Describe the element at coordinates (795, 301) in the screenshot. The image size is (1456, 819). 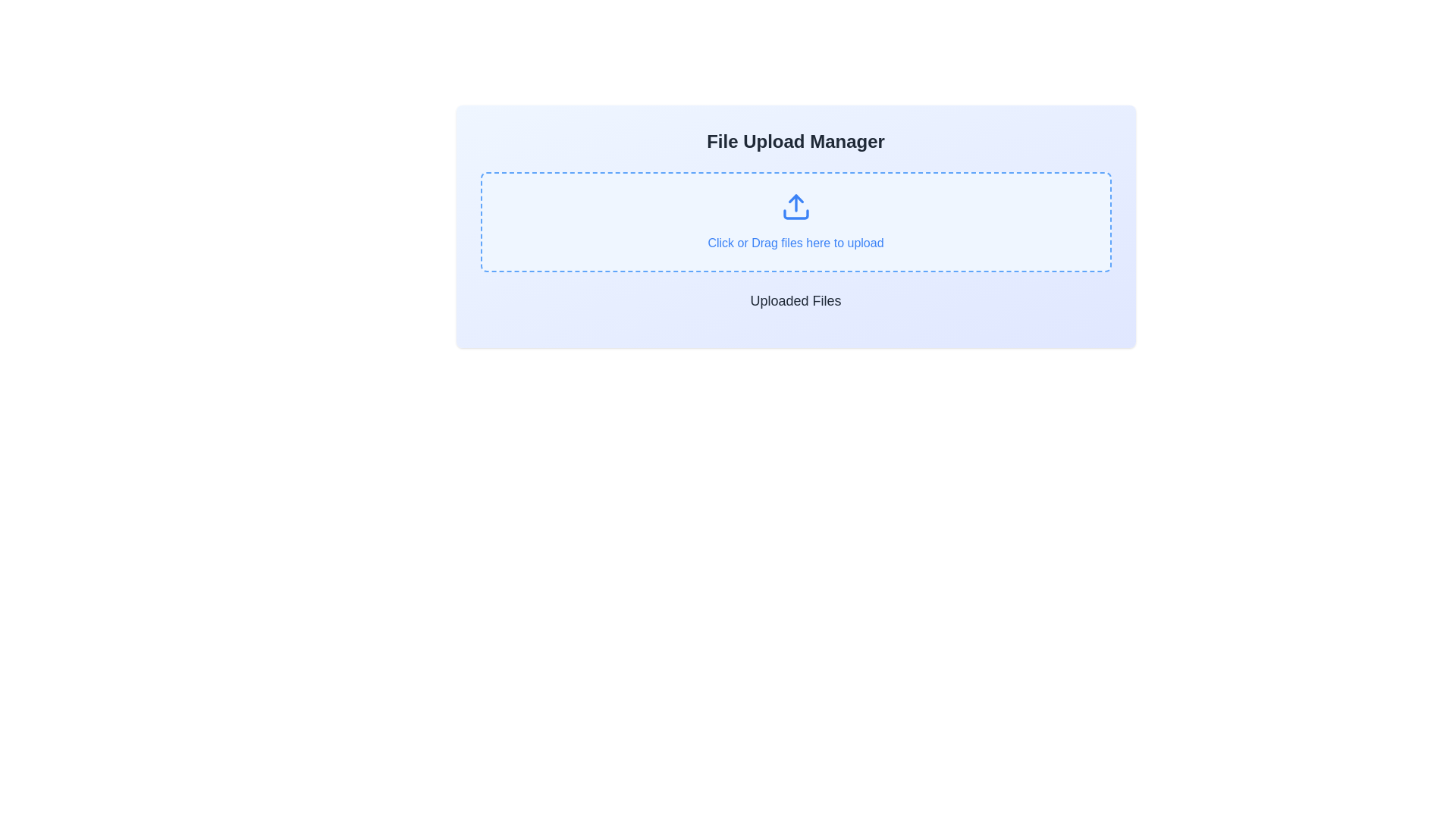
I see `the header label that serves as a section title for uploaded files, located directly below the drop-zone labeled 'Click or Drag files here to upload'` at that location.